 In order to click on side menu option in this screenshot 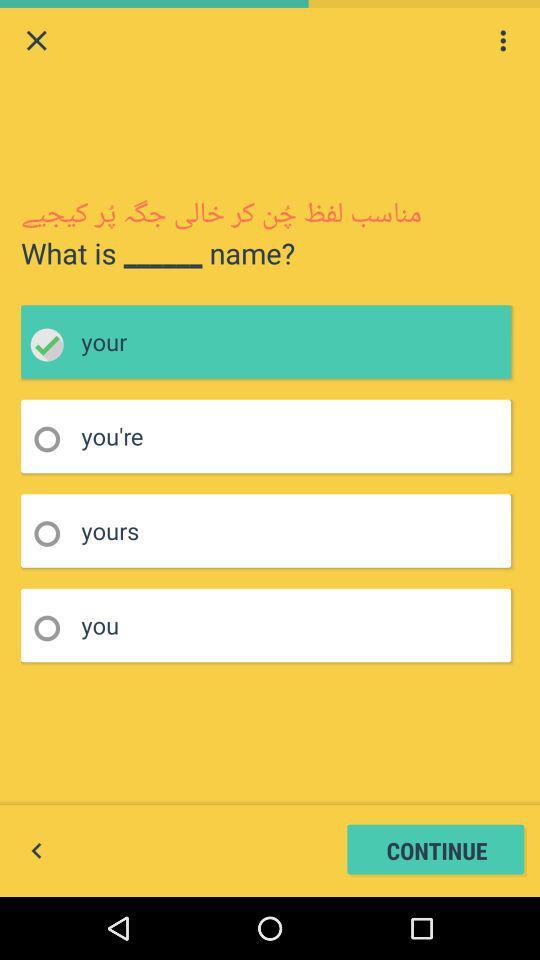, I will do `click(502, 39)`.